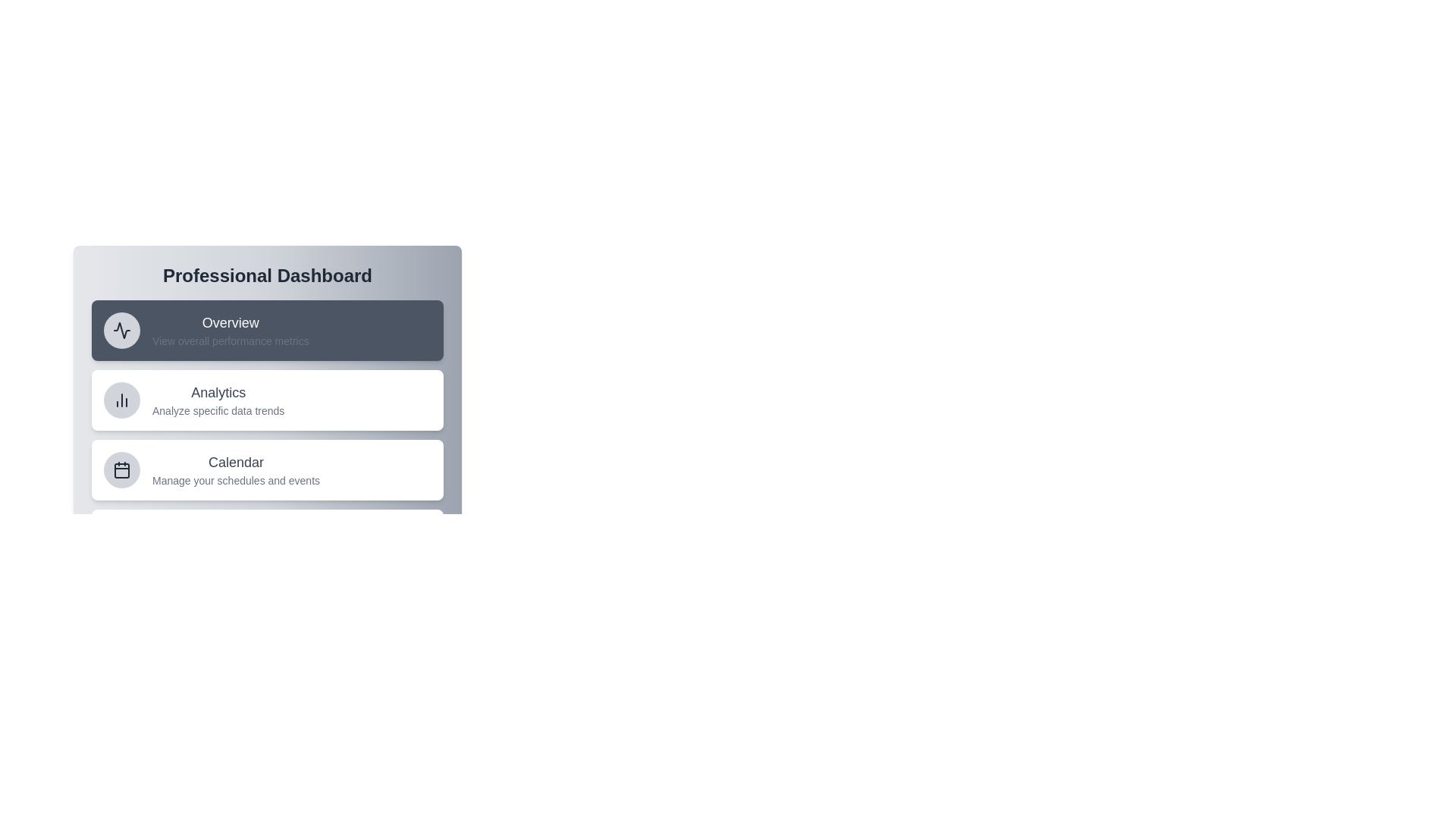 The height and width of the screenshot is (819, 1456). Describe the element at coordinates (268, 400) in the screenshot. I see `the menu item Analytics to observe its hover effect` at that location.